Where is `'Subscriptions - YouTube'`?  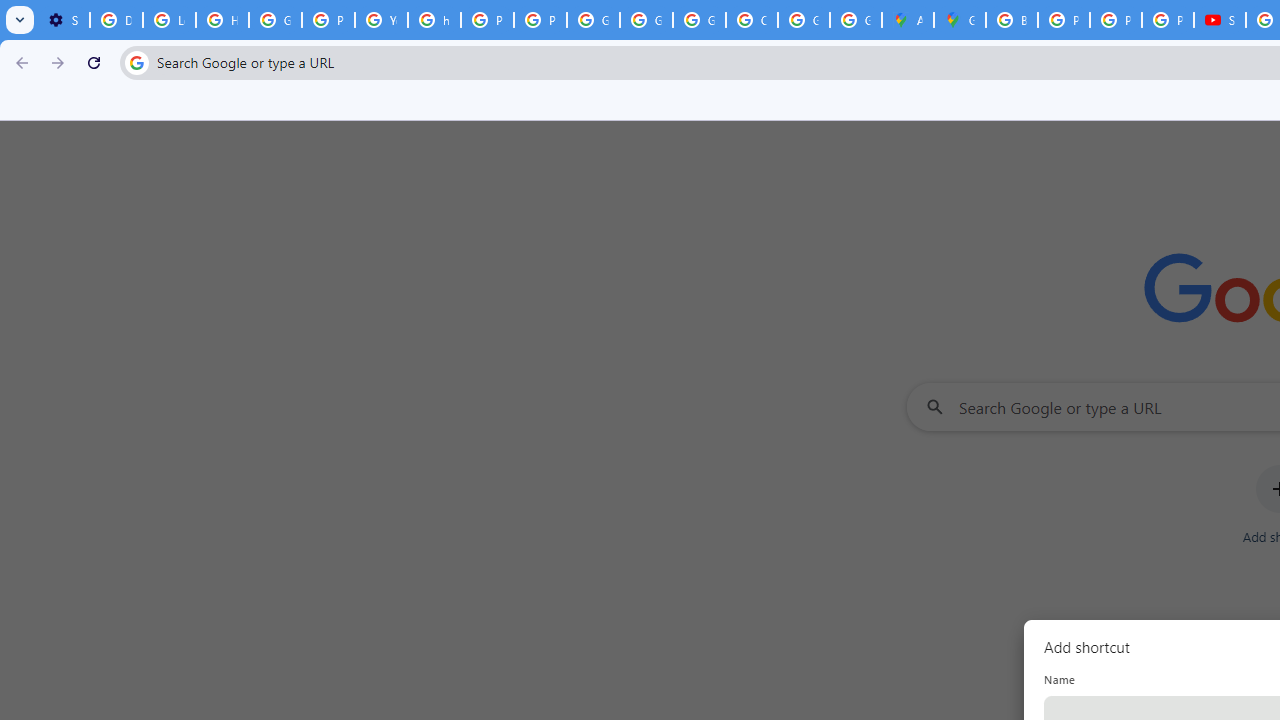
'Subscriptions - YouTube' is located at coordinates (1218, 20).